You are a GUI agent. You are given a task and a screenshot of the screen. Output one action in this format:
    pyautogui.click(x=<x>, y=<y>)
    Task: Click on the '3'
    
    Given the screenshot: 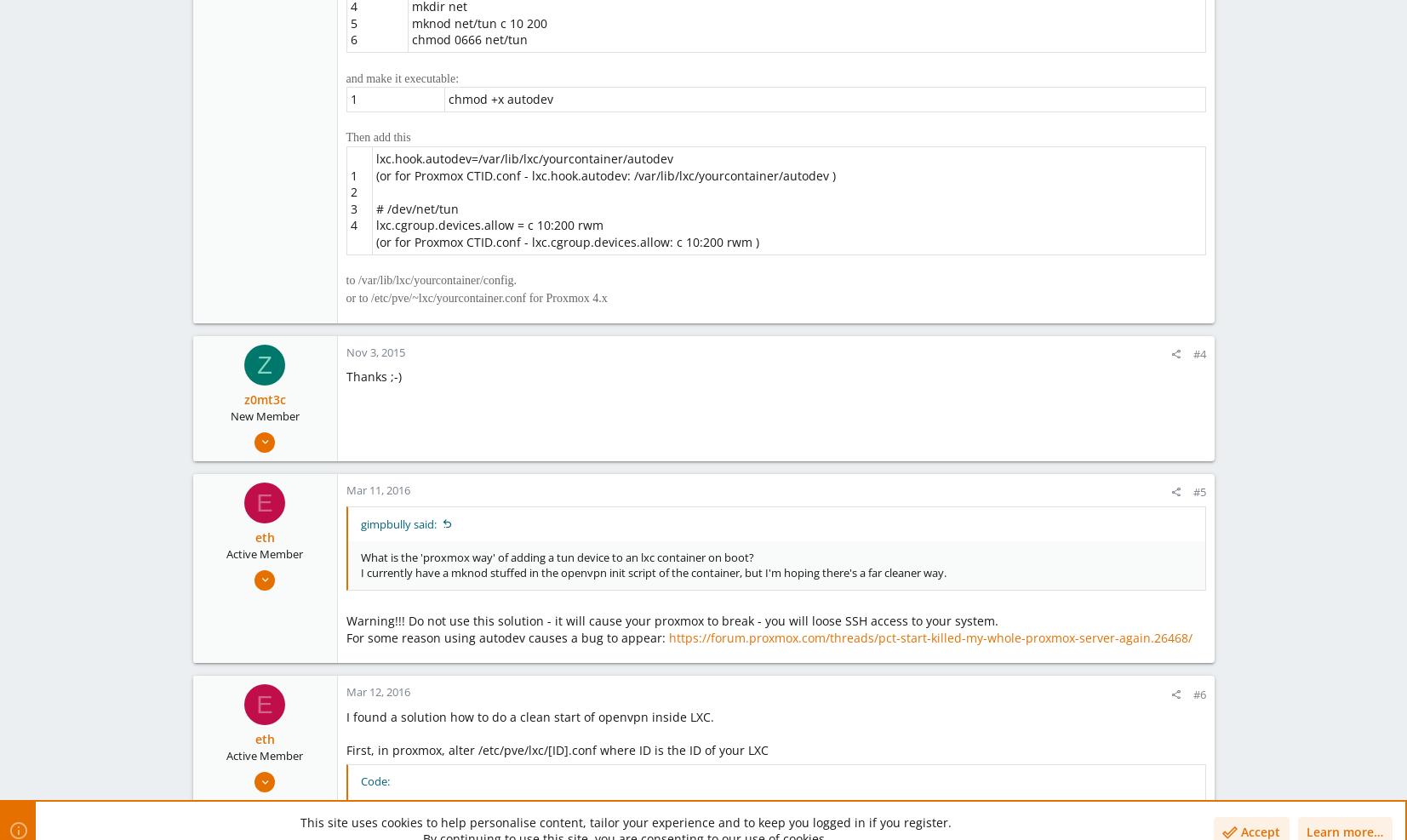 What is the action you would take?
    pyautogui.click(x=352, y=208)
    